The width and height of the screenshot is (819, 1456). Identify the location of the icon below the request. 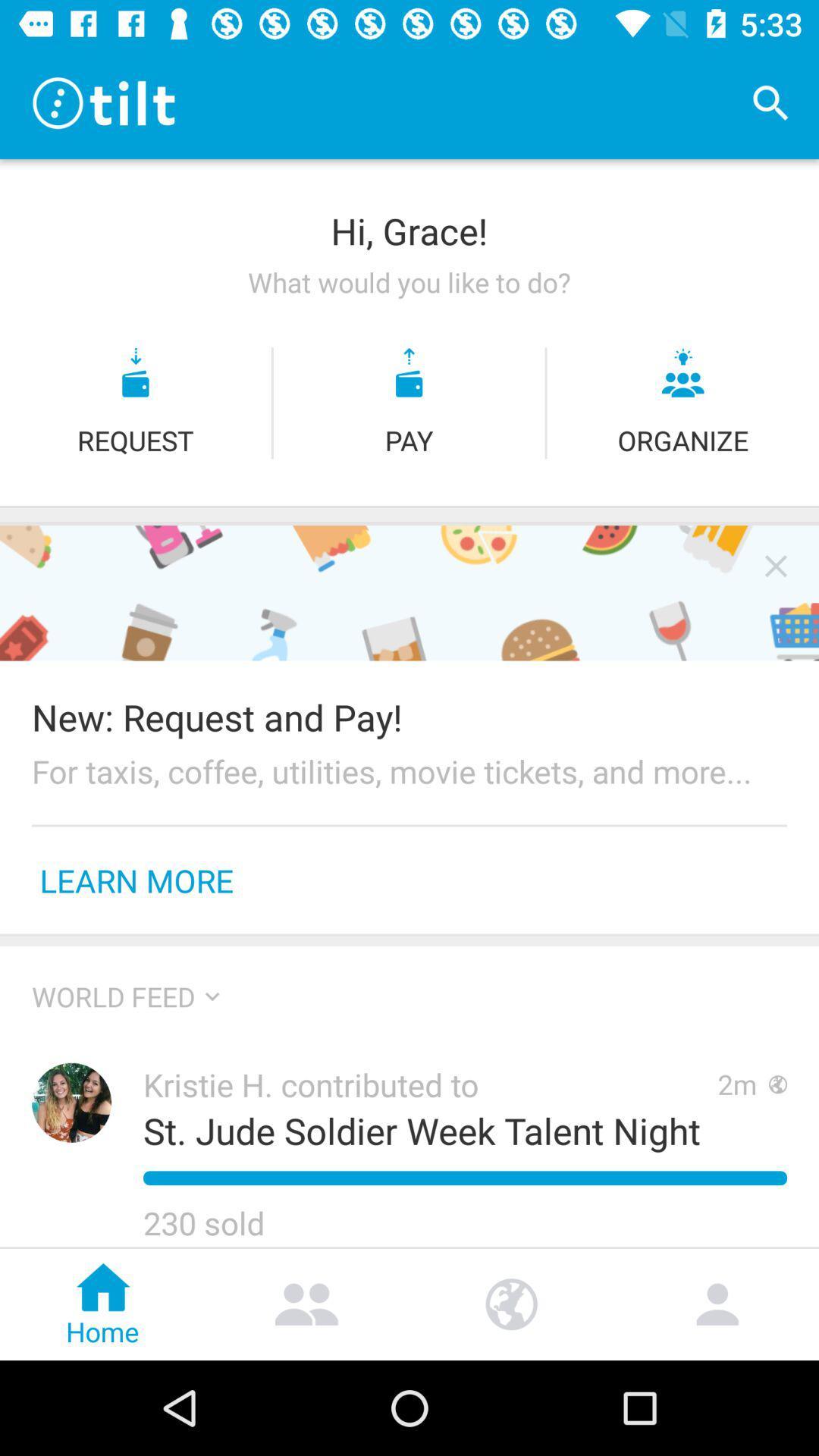
(409, 507).